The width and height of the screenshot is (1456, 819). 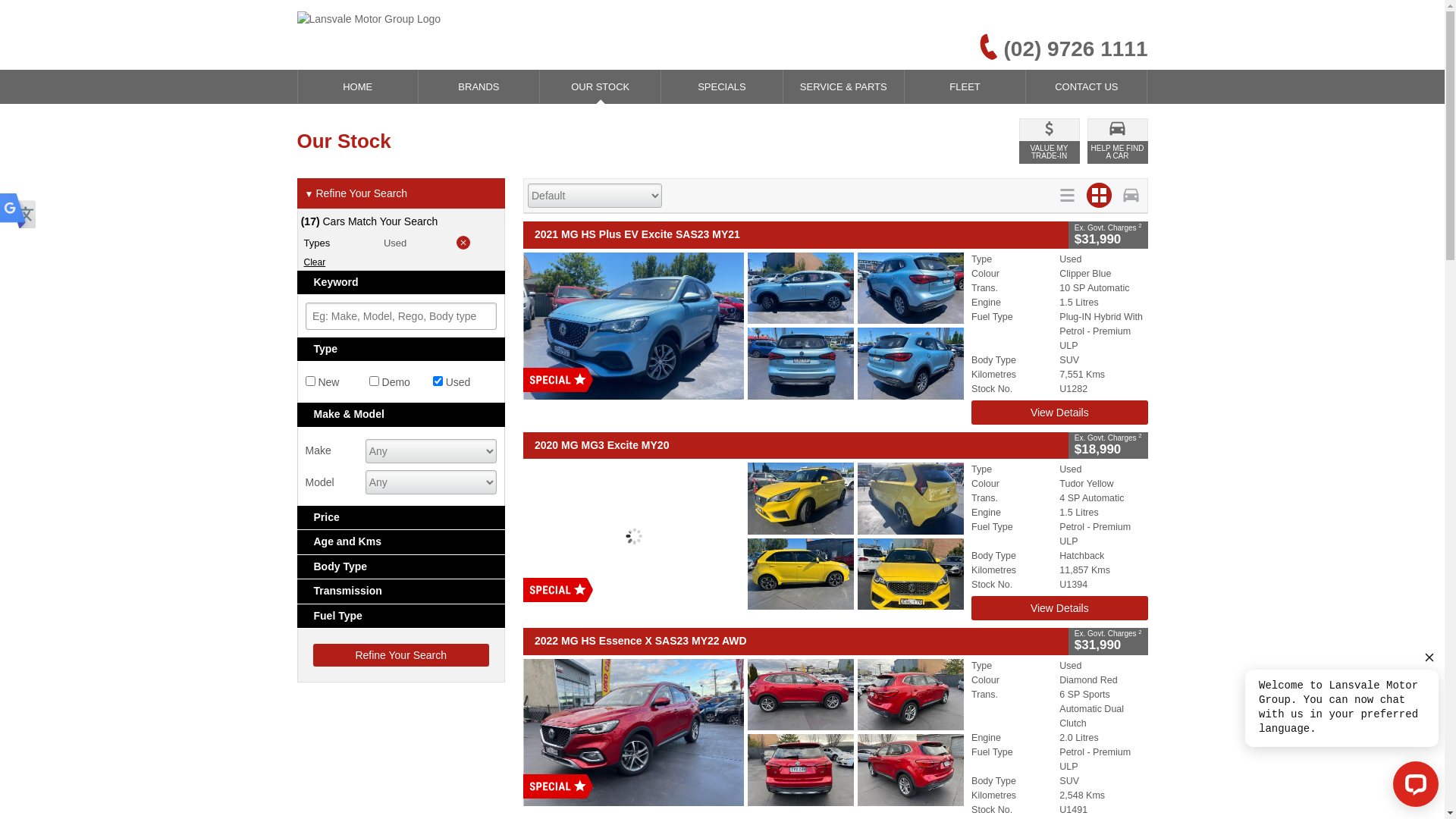 What do you see at coordinates (843, 86) in the screenshot?
I see `'SERVICE & PARTS'` at bounding box center [843, 86].